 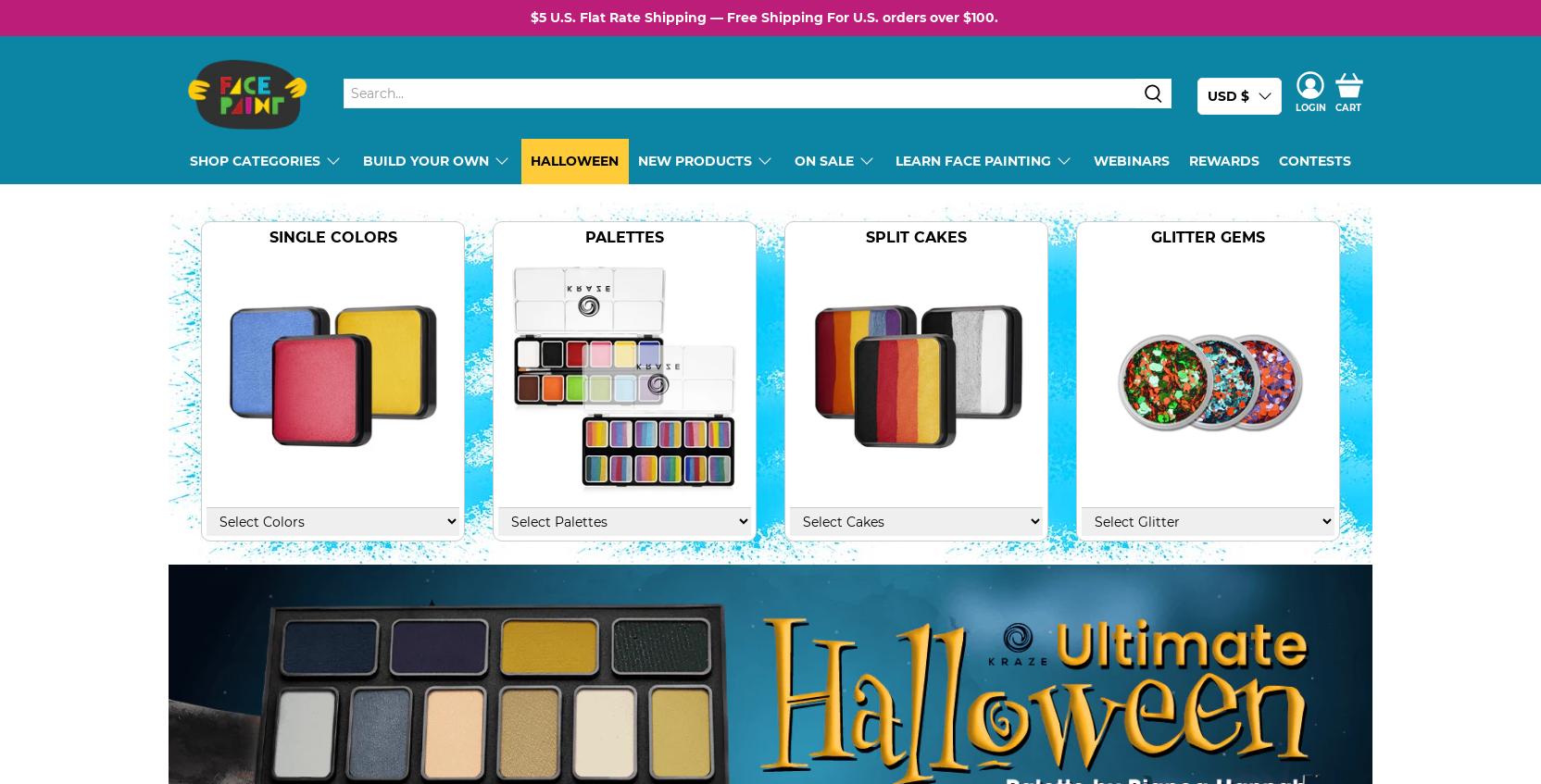 What do you see at coordinates (822, 159) in the screenshot?
I see `'On Sale'` at bounding box center [822, 159].